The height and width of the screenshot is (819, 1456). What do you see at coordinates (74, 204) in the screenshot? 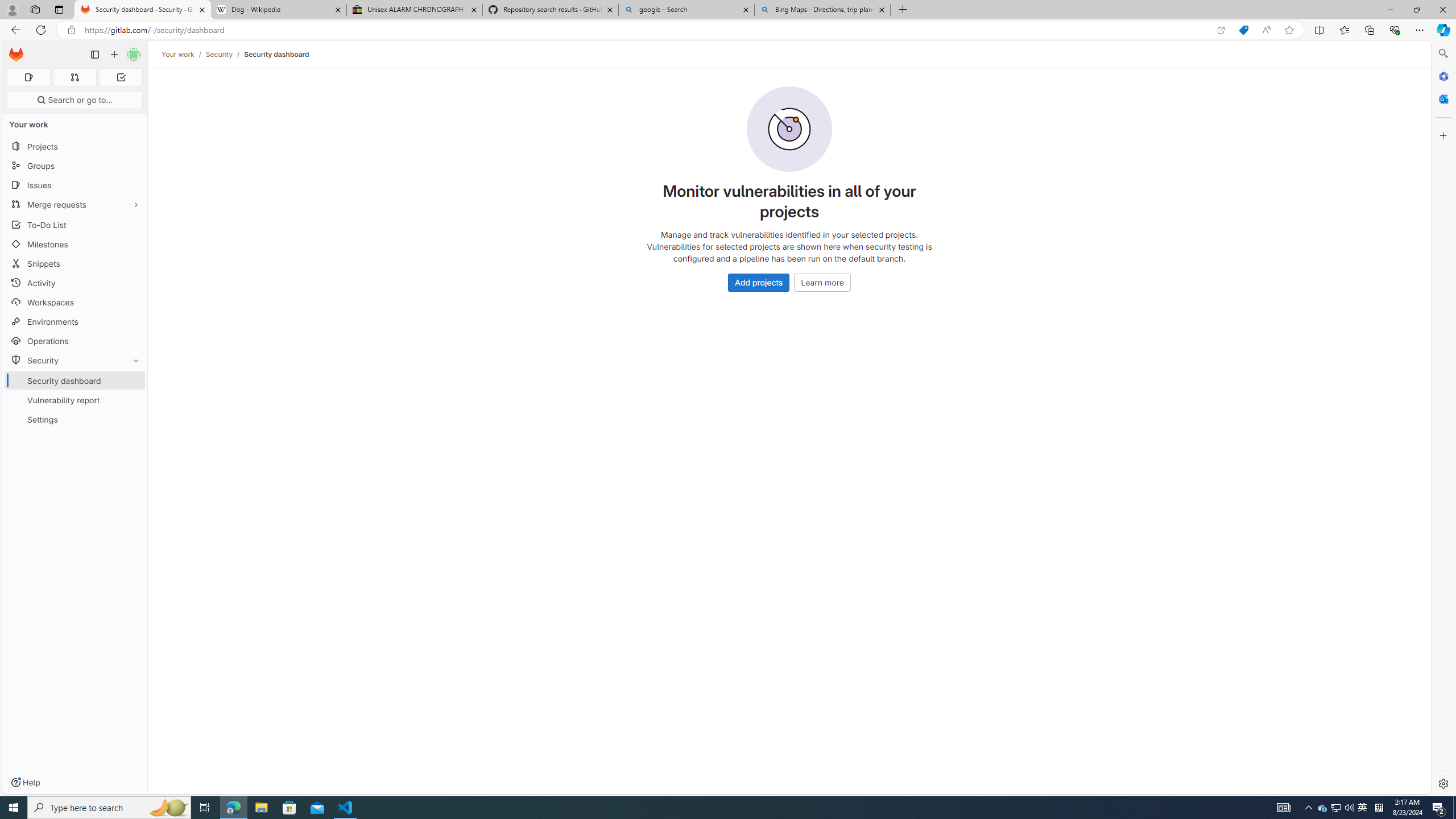
I see `'Merge requests'` at bounding box center [74, 204].